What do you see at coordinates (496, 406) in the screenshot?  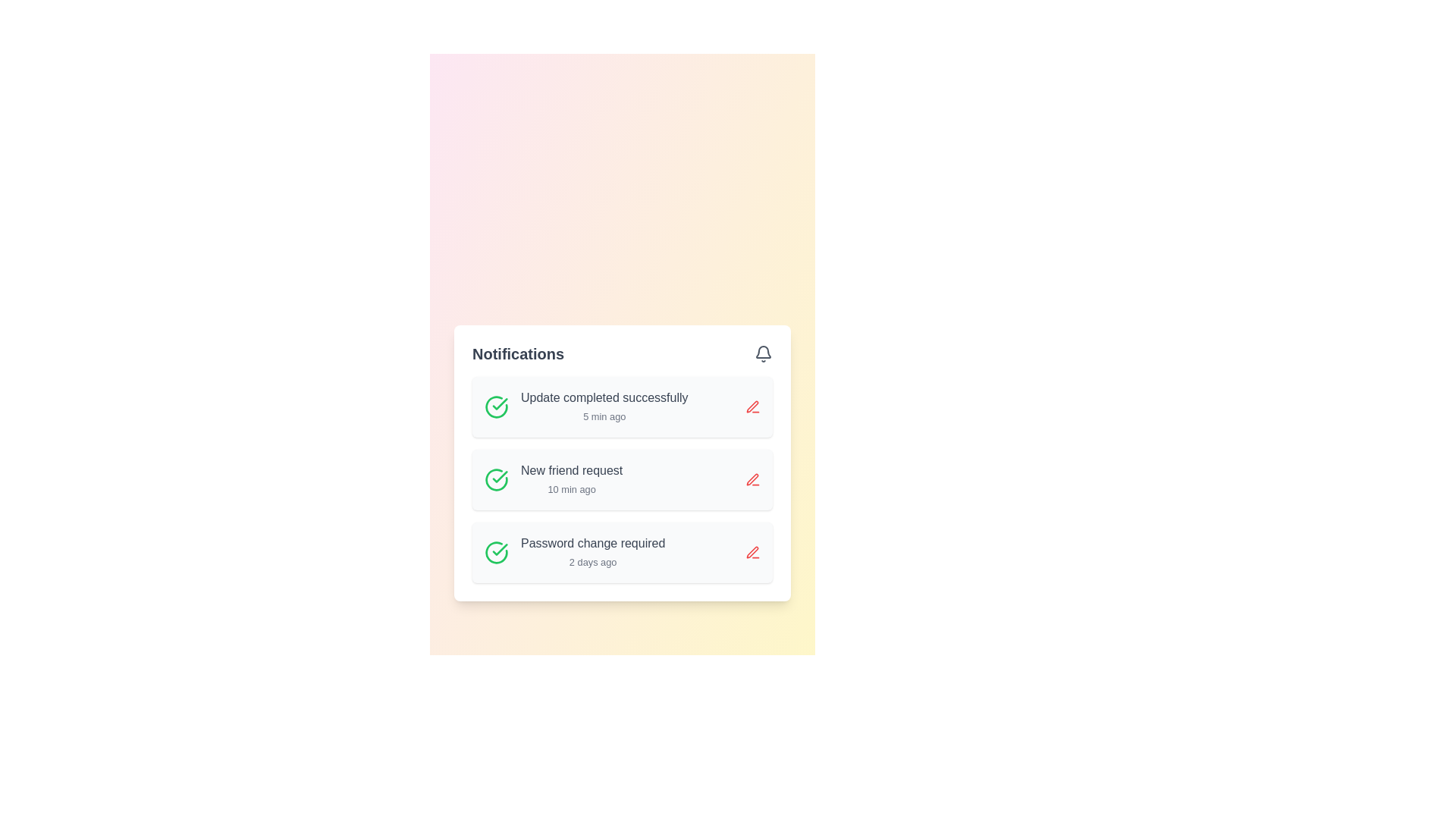 I see `the icon representing the confirmation of the update completed notification titled 'Update completed successfully' located at the top-left corner of the notification item` at bounding box center [496, 406].